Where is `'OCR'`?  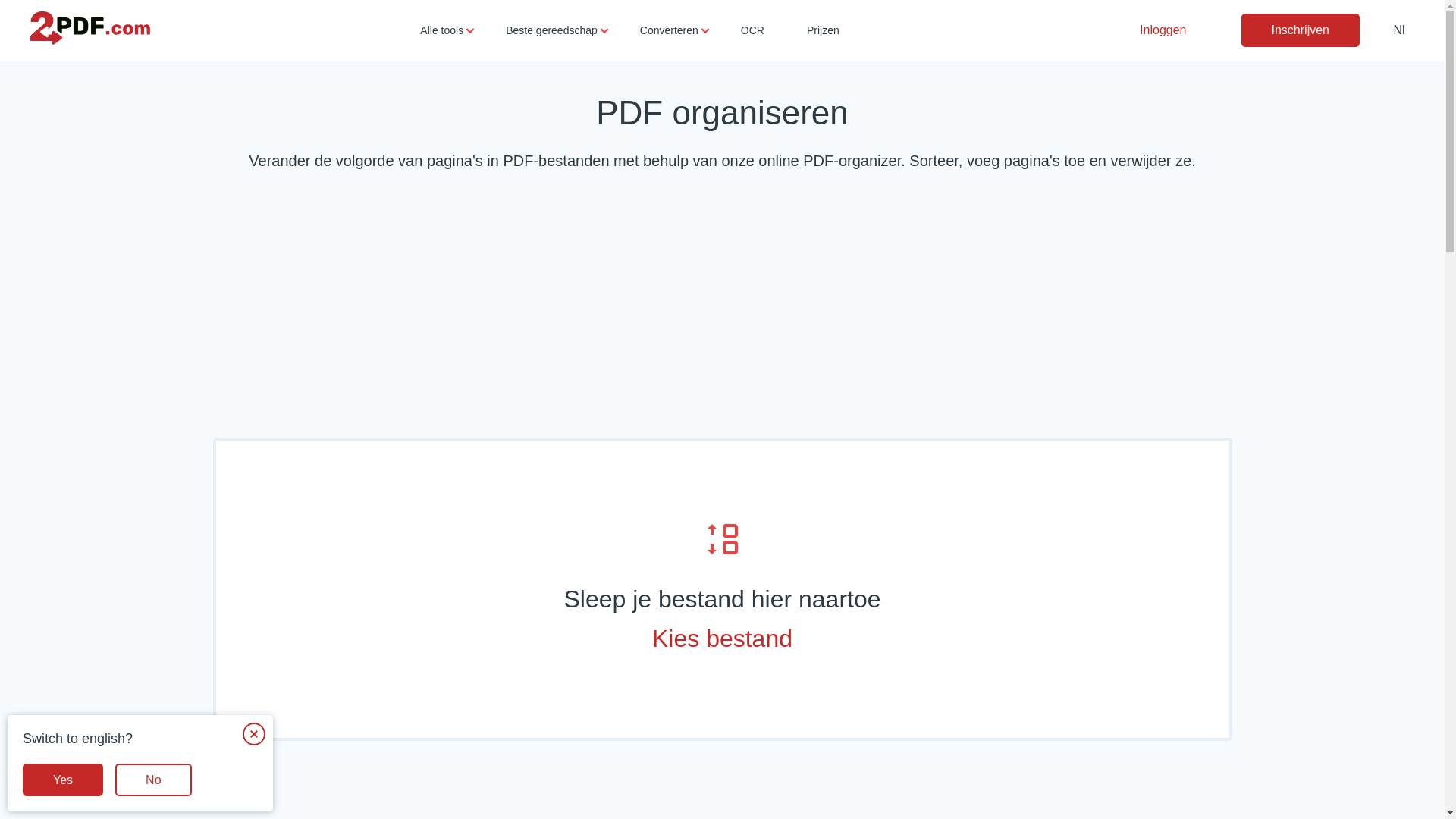 'OCR' is located at coordinates (752, 30).